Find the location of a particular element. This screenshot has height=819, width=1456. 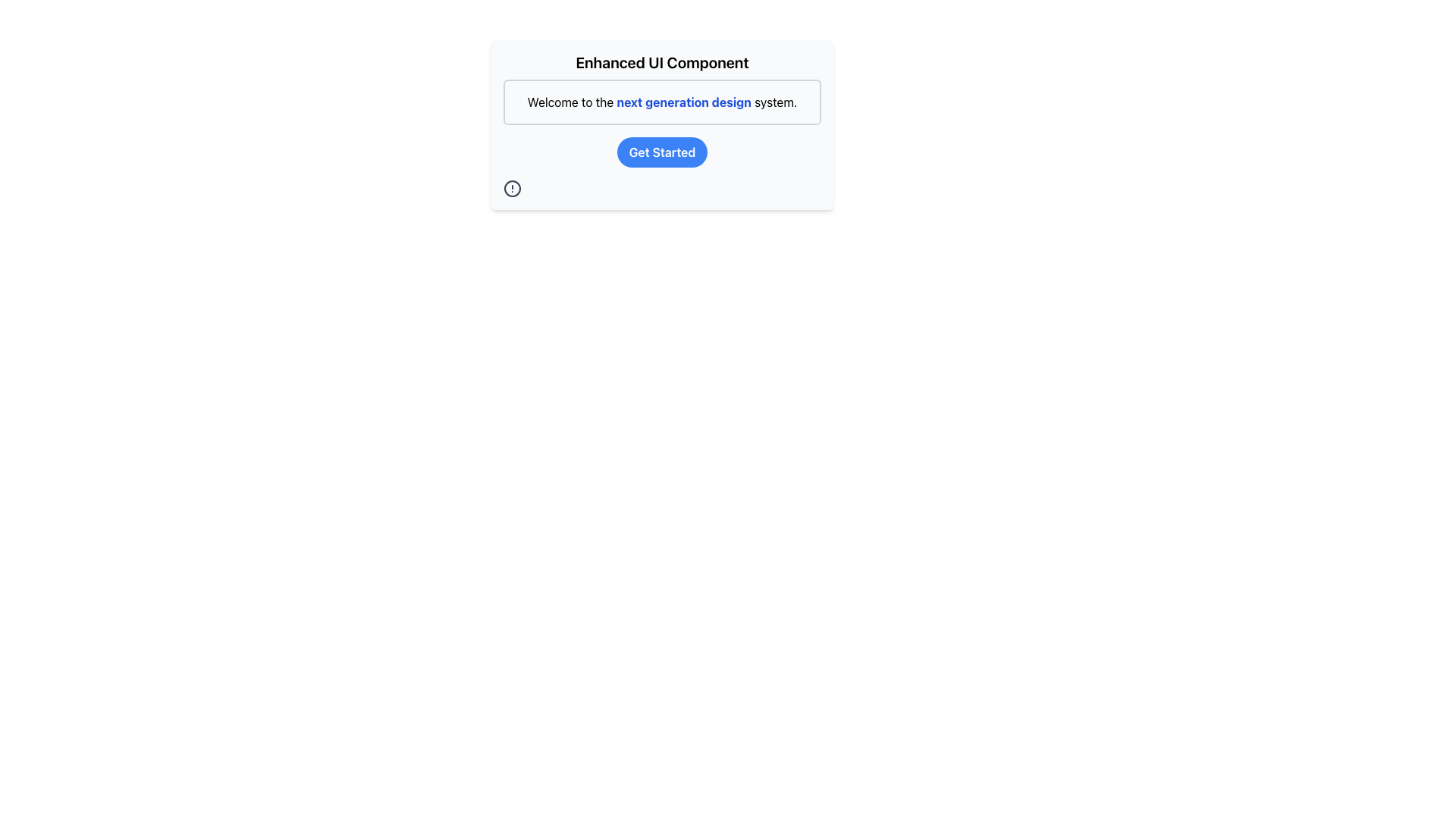

the Text Block that conveys a welcoming message, located below the title 'Enhanced UI Component' and above the 'Get Started' button in a card-like UI structure is located at coordinates (662, 102).